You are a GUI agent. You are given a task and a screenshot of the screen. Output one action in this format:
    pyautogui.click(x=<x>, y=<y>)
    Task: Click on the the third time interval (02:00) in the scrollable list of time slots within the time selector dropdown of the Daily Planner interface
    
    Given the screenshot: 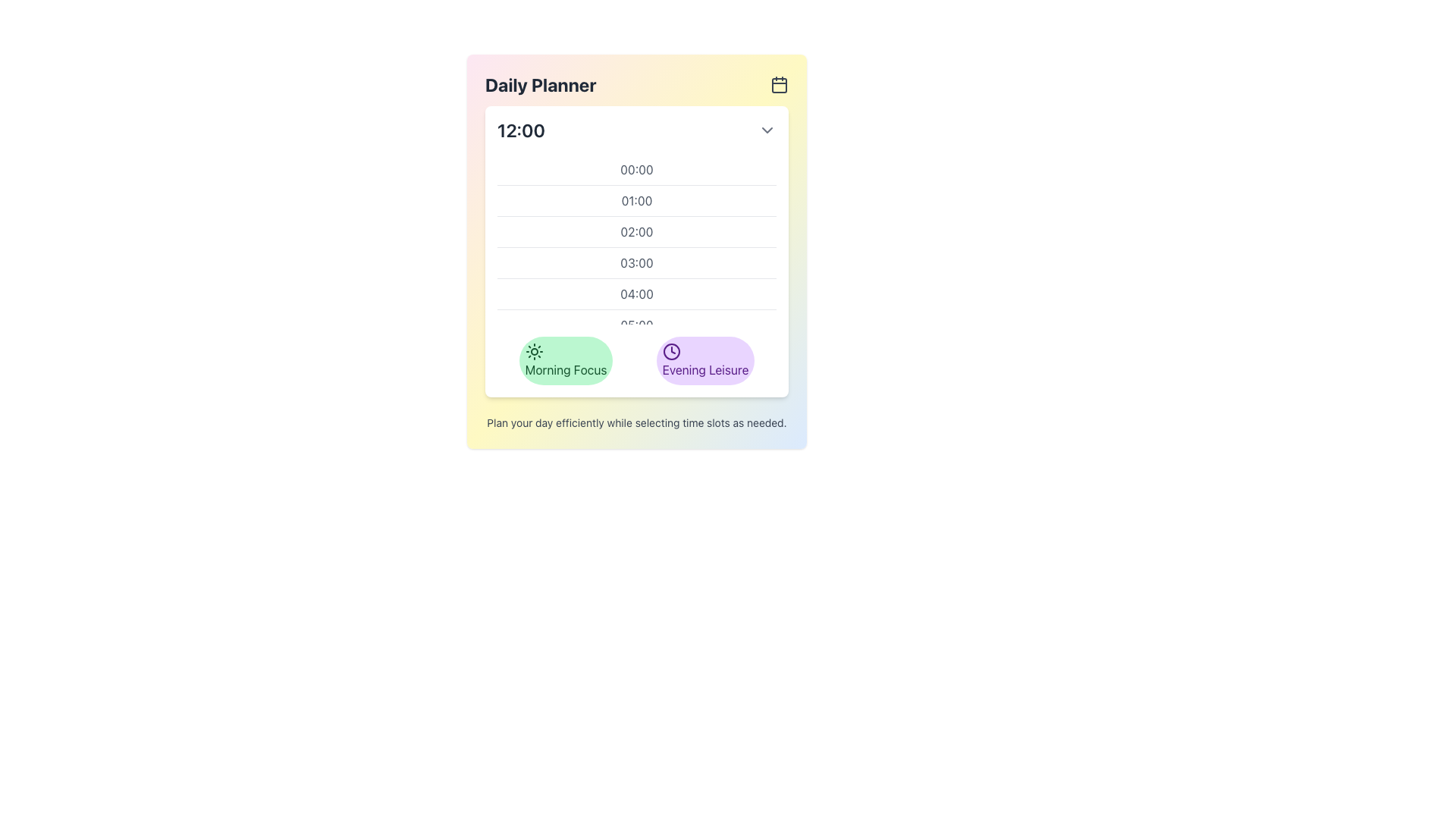 What is the action you would take?
    pyautogui.click(x=637, y=239)
    